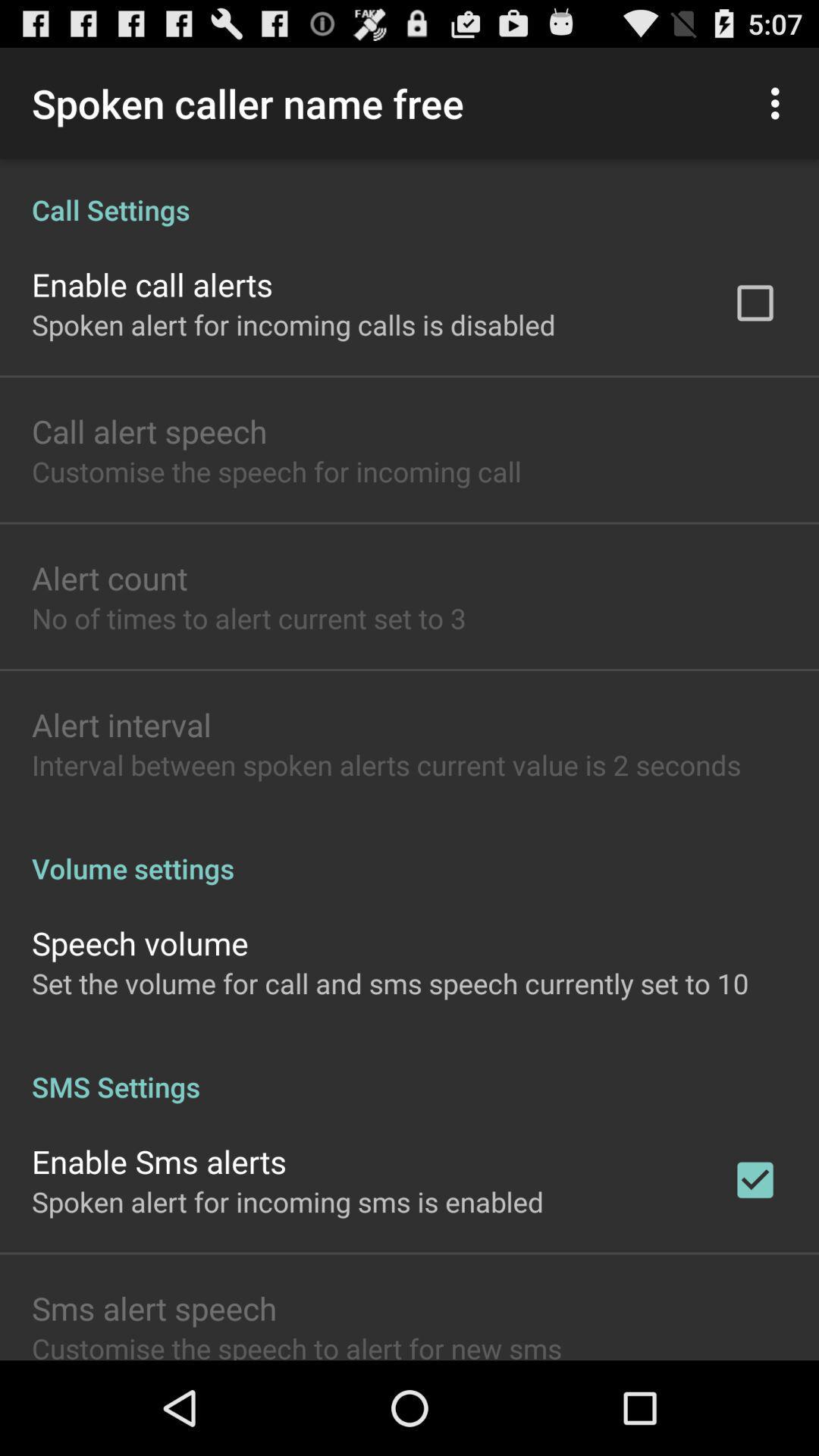 The height and width of the screenshot is (1456, 819). I want to click on interval between spoken, so click(385, 764).